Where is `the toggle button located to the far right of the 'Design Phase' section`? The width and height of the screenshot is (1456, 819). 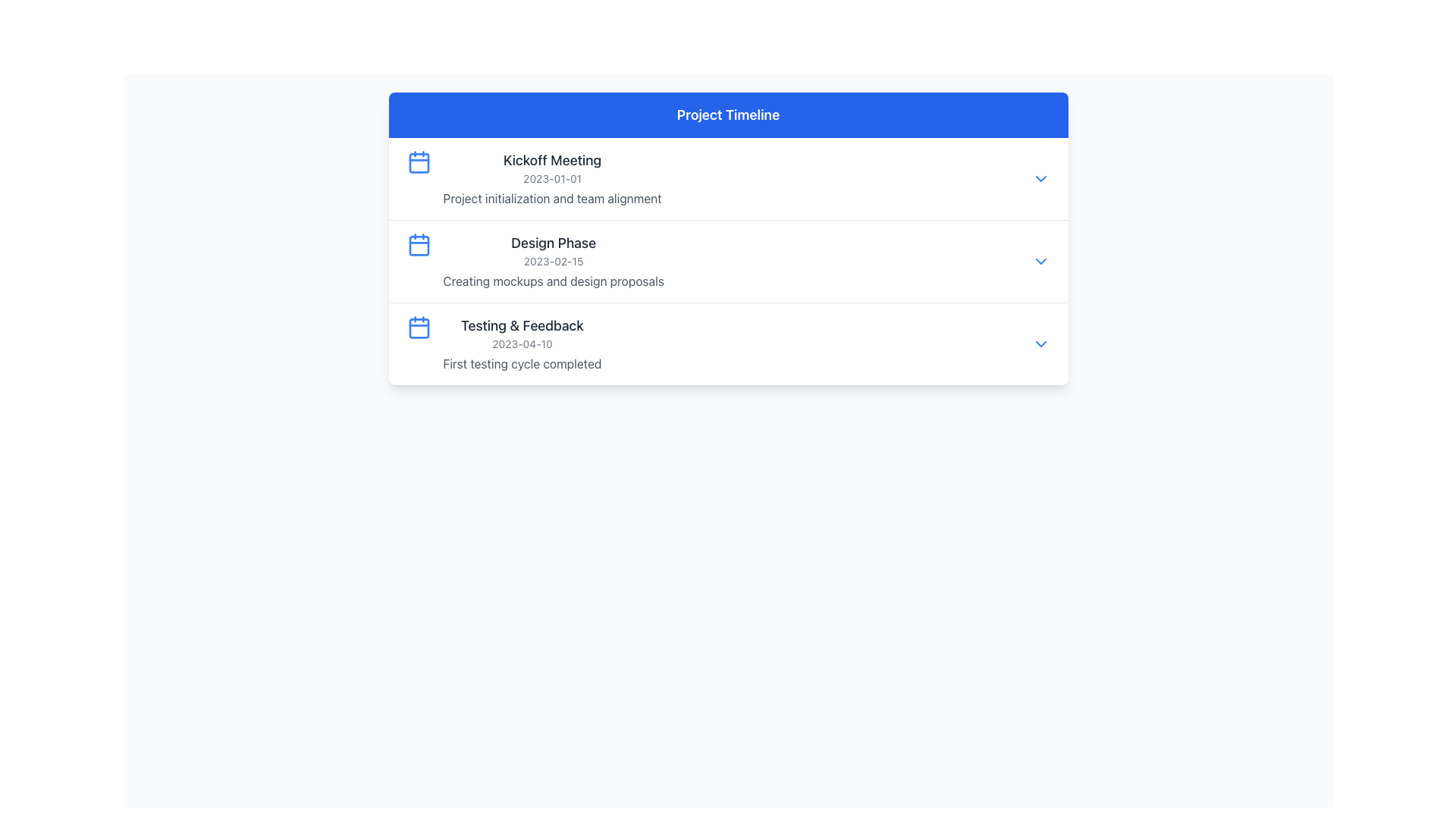
the toggle button located to the far right of the 'Design Phase' section is located at coordinates (1040, 260).